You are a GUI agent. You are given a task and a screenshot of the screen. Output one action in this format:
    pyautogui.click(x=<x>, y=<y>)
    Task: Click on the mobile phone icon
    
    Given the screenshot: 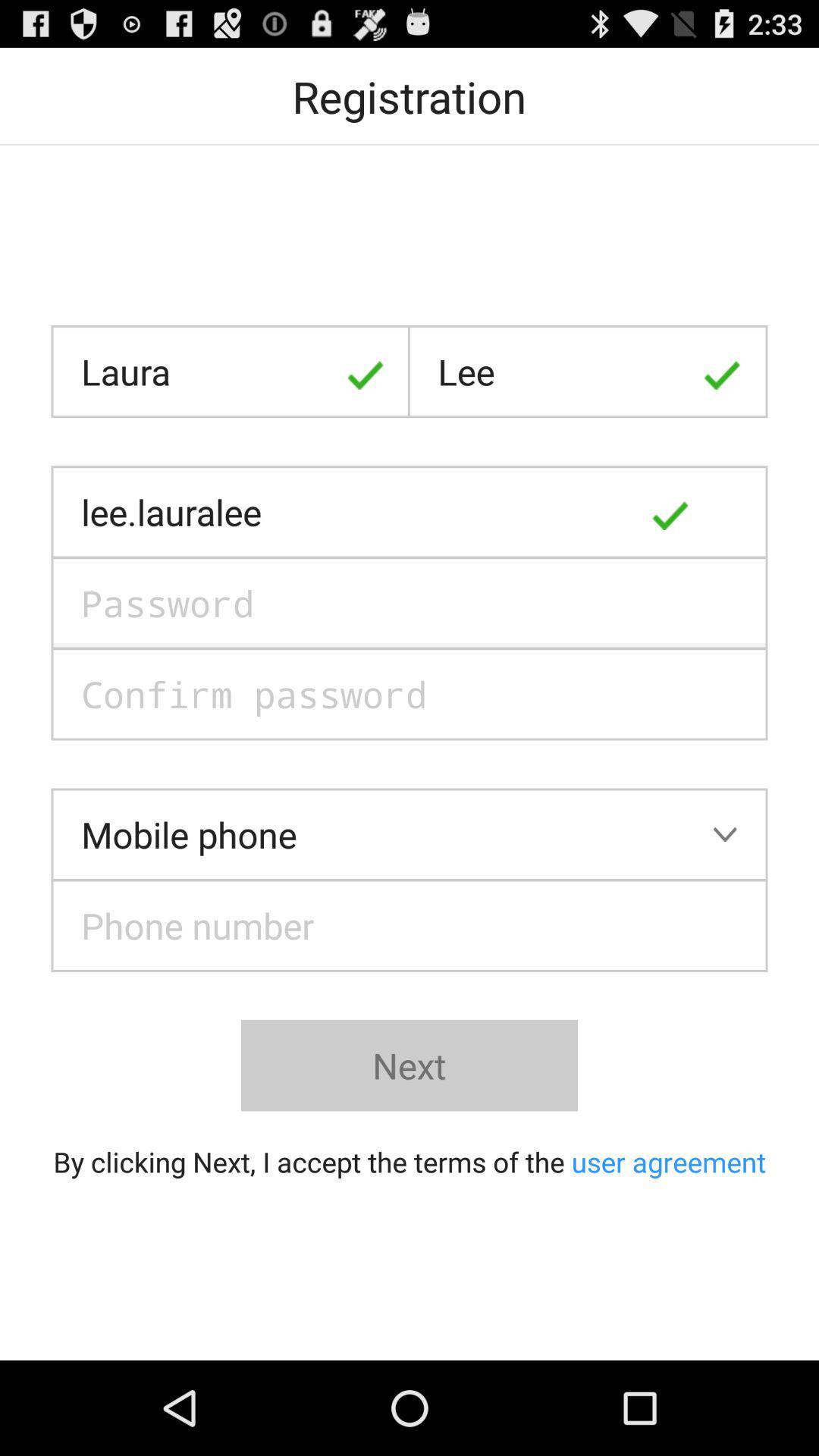 What is the action you would take?
    pyautogui.click(x=409, y=833)
    